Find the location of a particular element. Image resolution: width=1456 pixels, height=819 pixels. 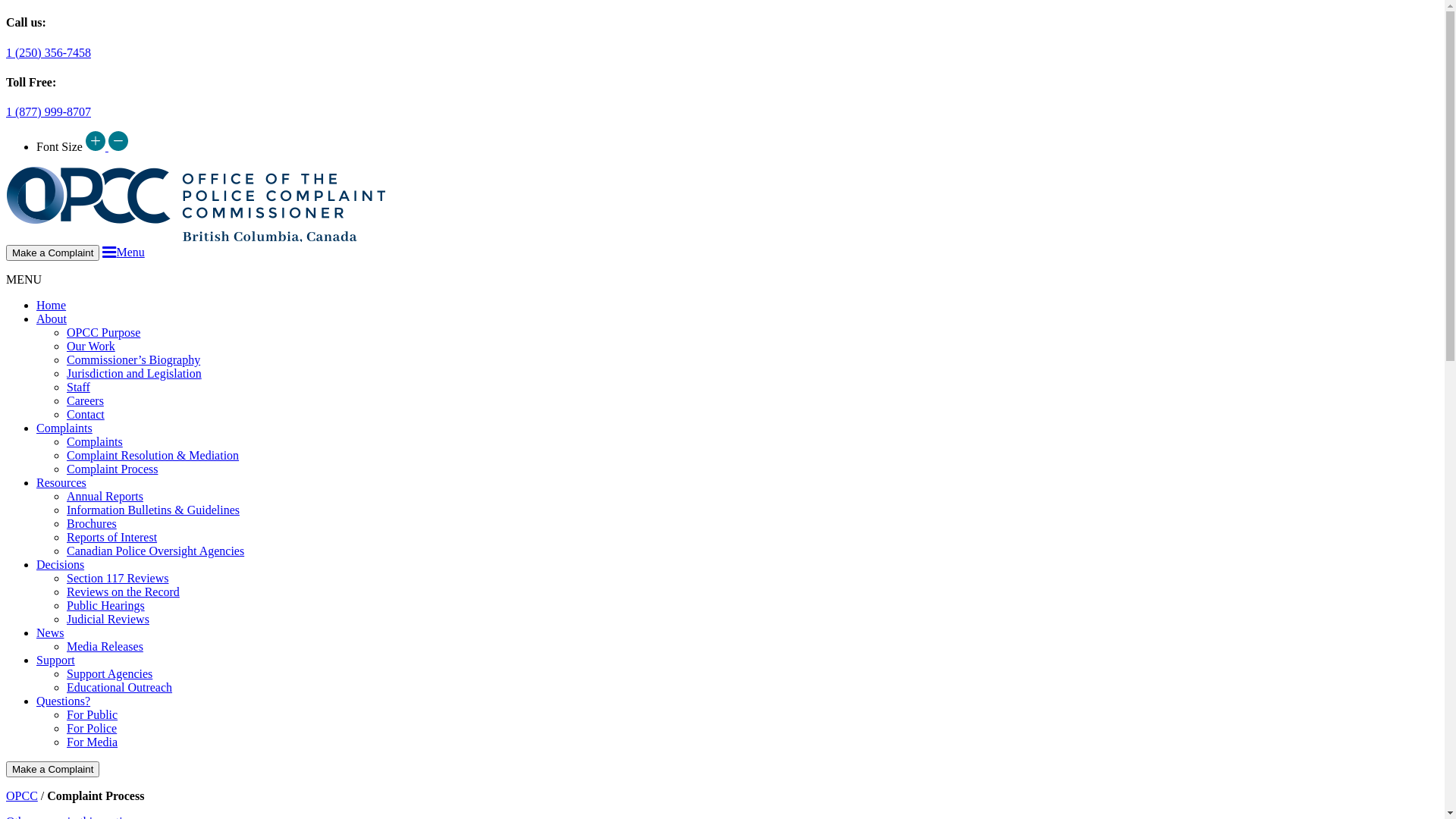

'Media Releases' is located at coordinates (104, 646).